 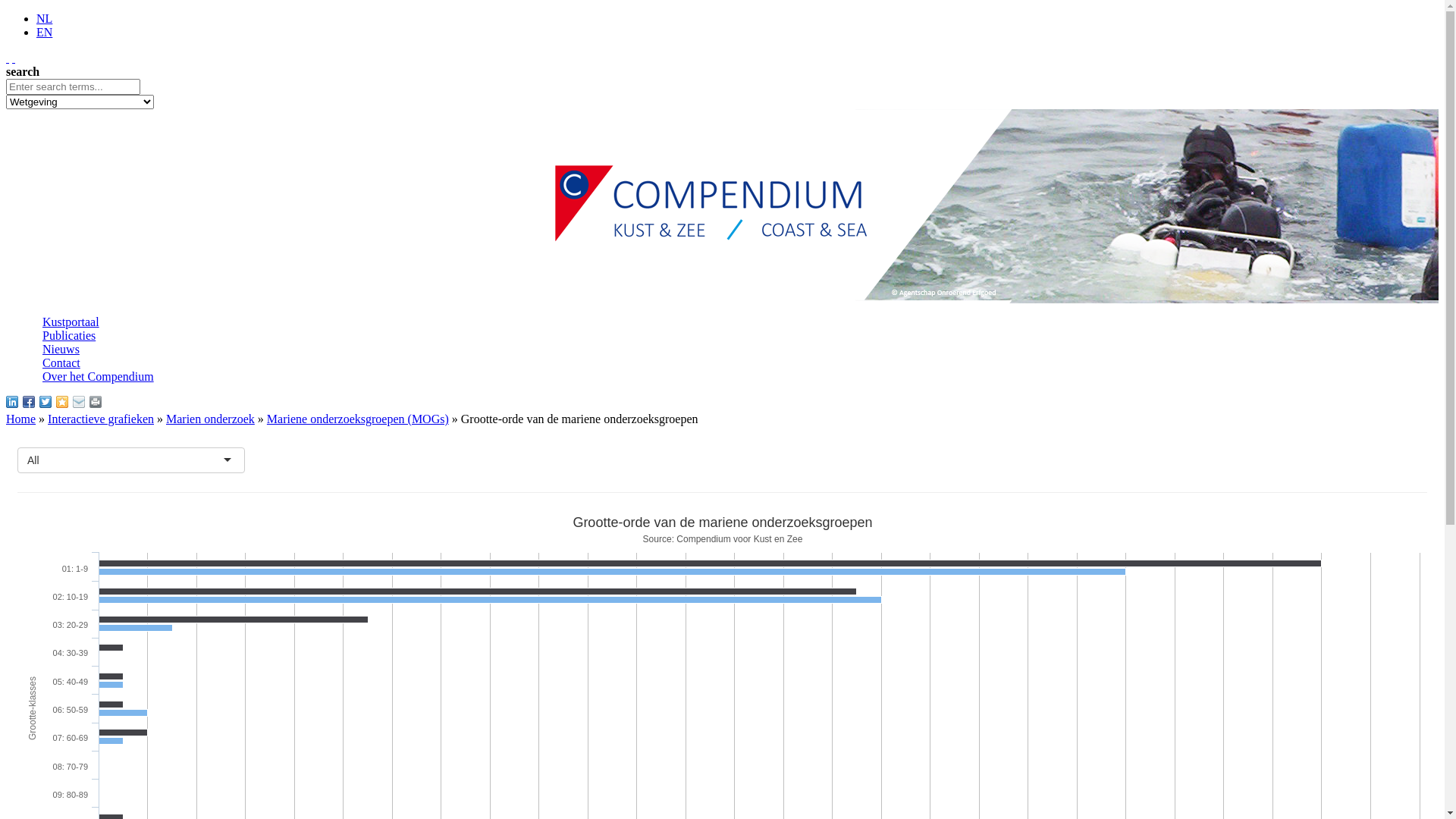 I want to click on 'Interactieve grafieken', so click(x=100, y=419).